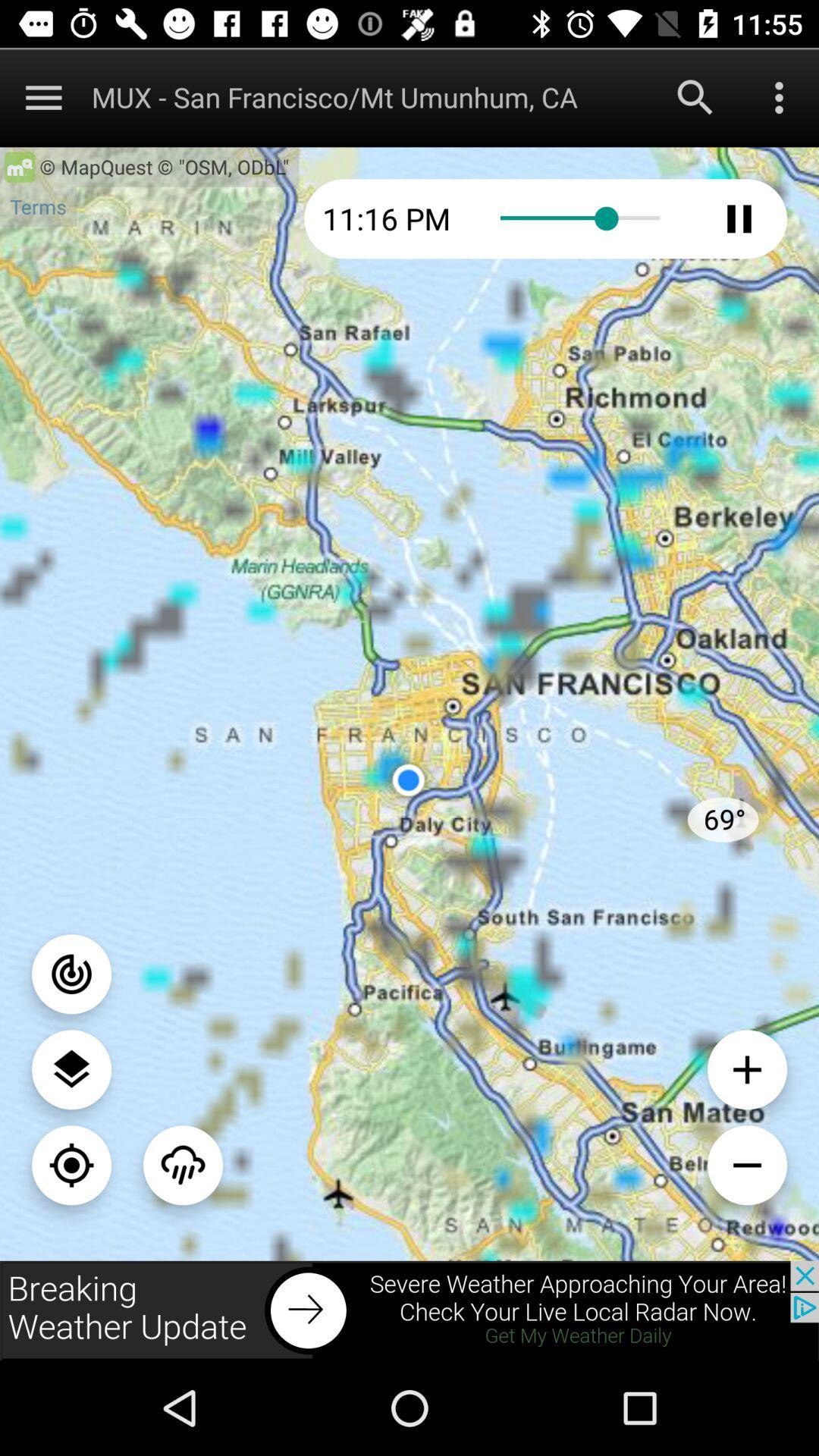 This screenshot has width=819, height=1456. Describe the element at coordinates (746, 1068) in the screenshot. I see `zoom in on map` at that location.